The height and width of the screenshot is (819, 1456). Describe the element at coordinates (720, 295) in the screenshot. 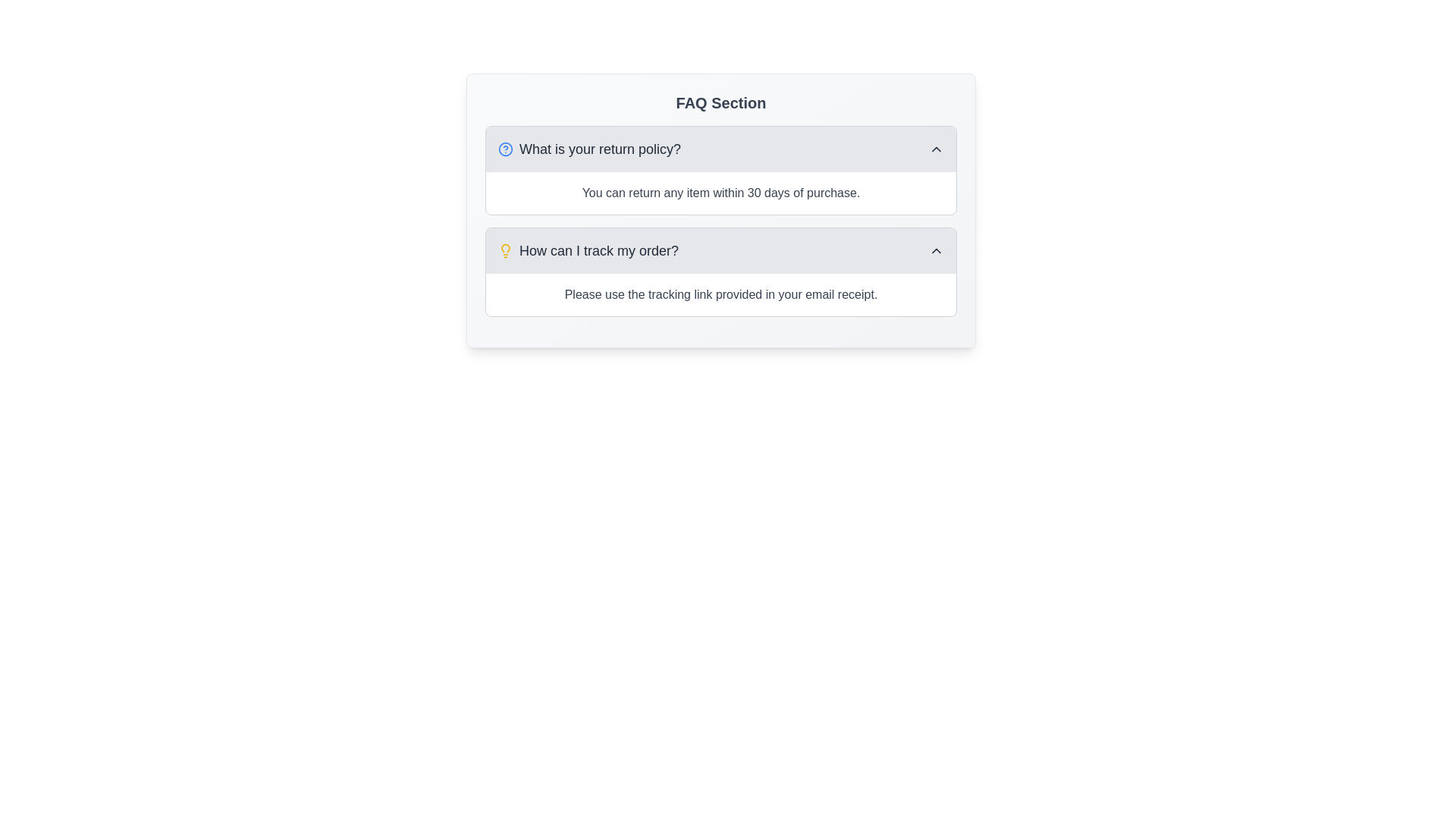

I see `the Static Text Content that provides instructions for tracking orders, located beneath the header 'How can I track my order?'` at that location.